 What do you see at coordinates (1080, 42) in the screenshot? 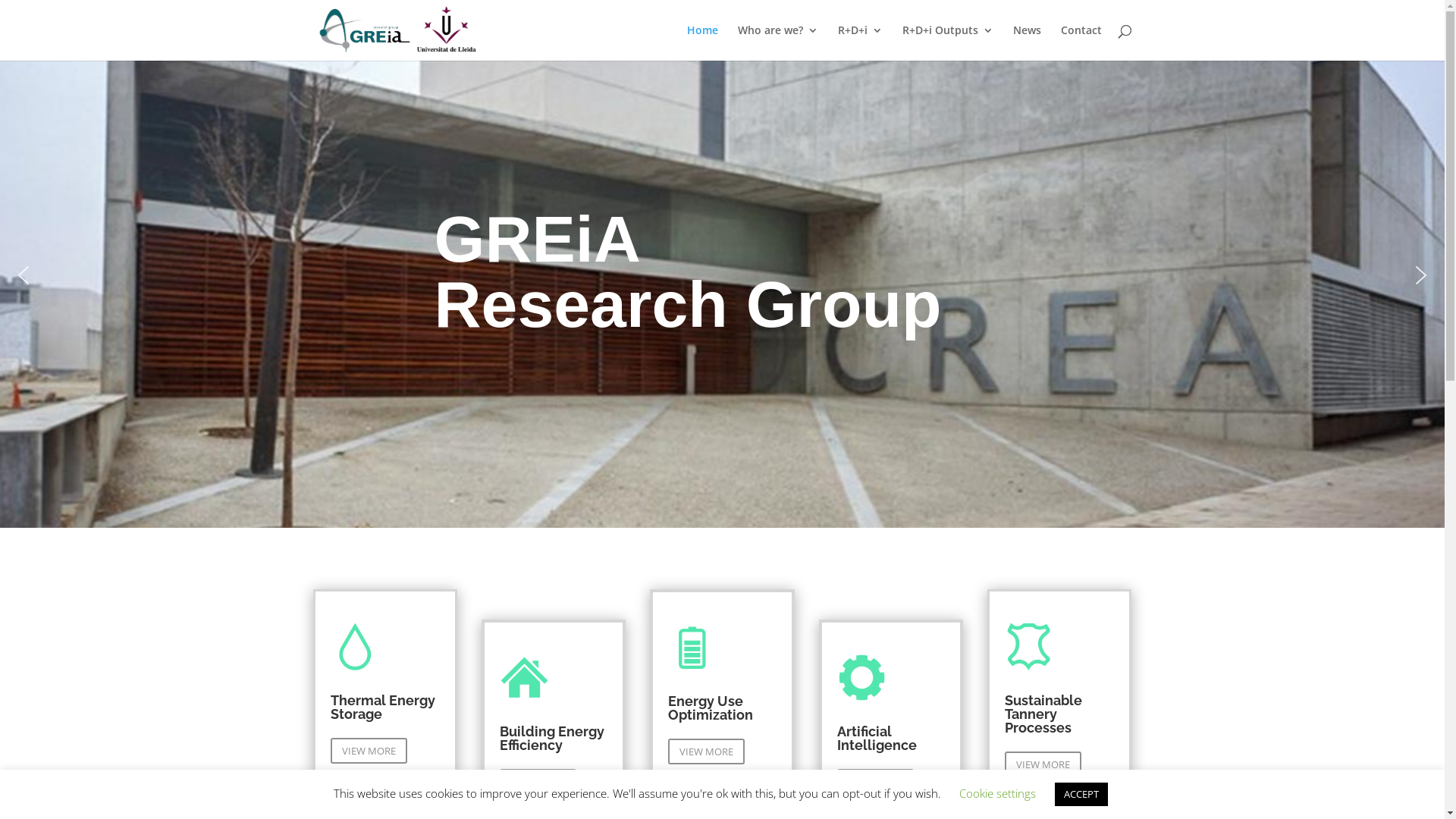
I see `'Contact'` at bounding box center [1080, 42].